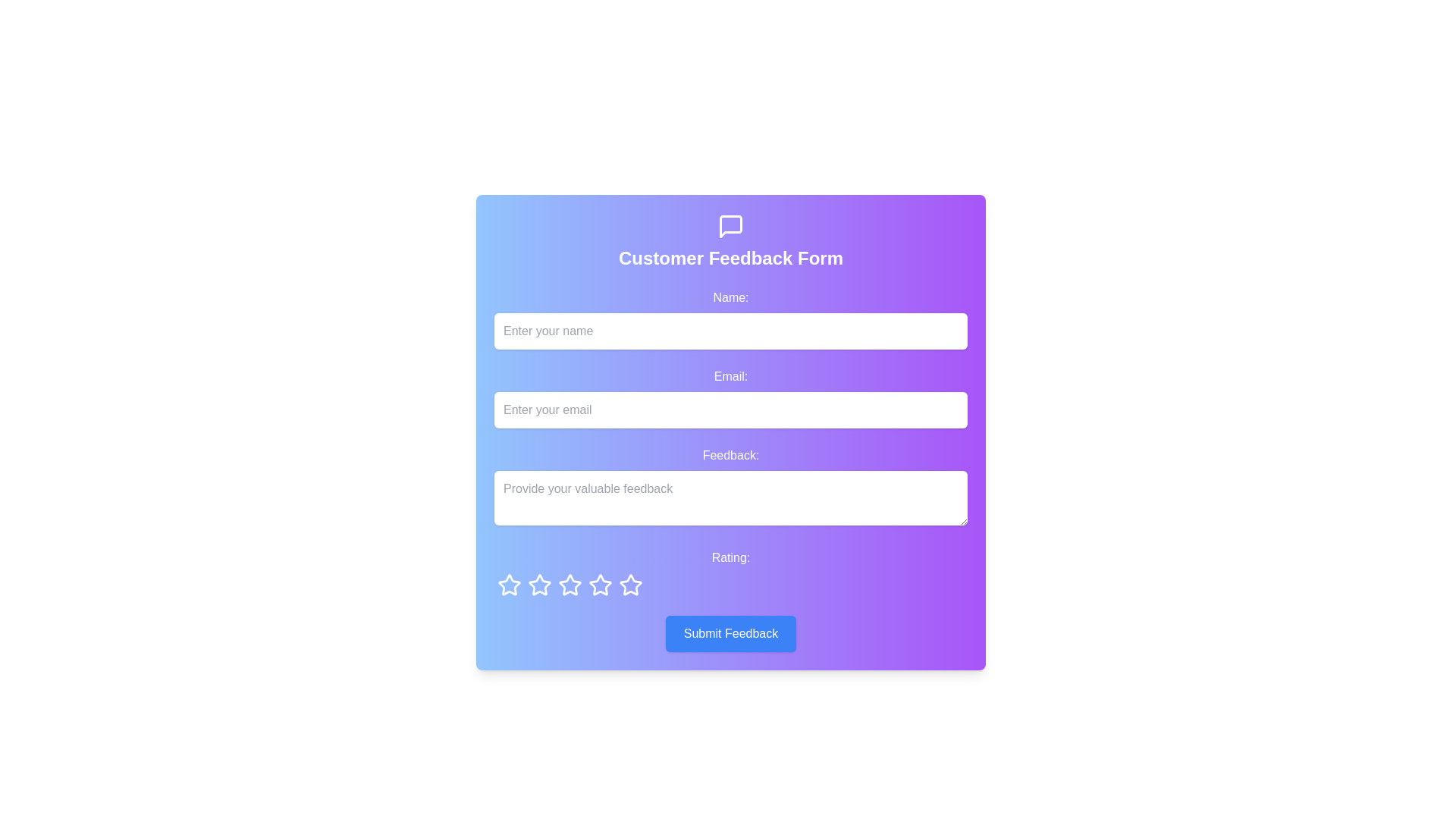 This screenshot has width=1456, height=819. I want to click on the fourth star icon in the rating section of the feedback form, so click(568, 584).